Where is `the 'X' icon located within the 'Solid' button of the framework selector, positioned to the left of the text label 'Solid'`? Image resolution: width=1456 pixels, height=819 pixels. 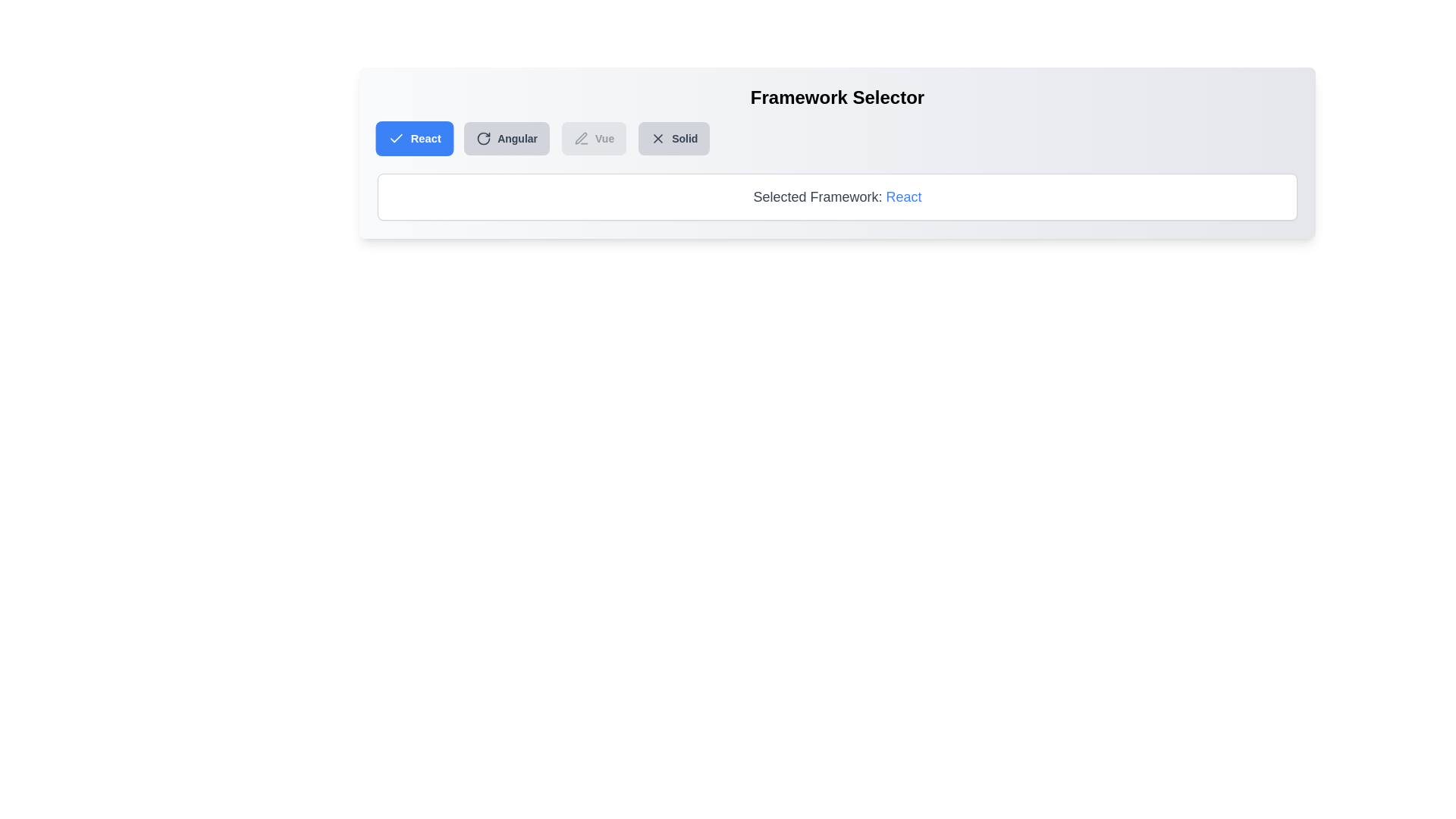 the 'X' icon located within the 'Solid' button of the framework selector, positioned to the left of the text label 'Solid' is located at coordinates (658, 138).